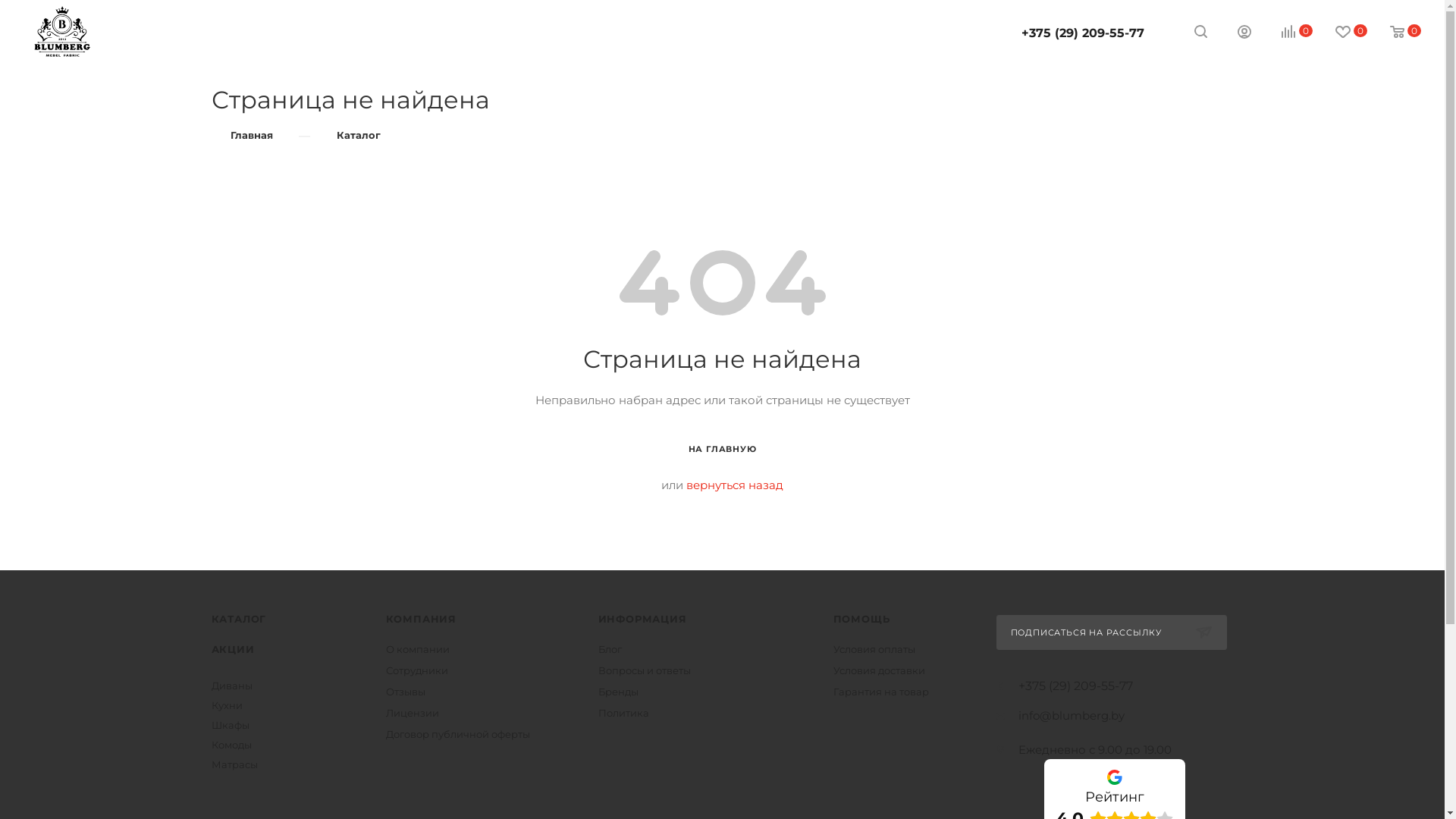  I want to click on '0', so click(1395, 32).